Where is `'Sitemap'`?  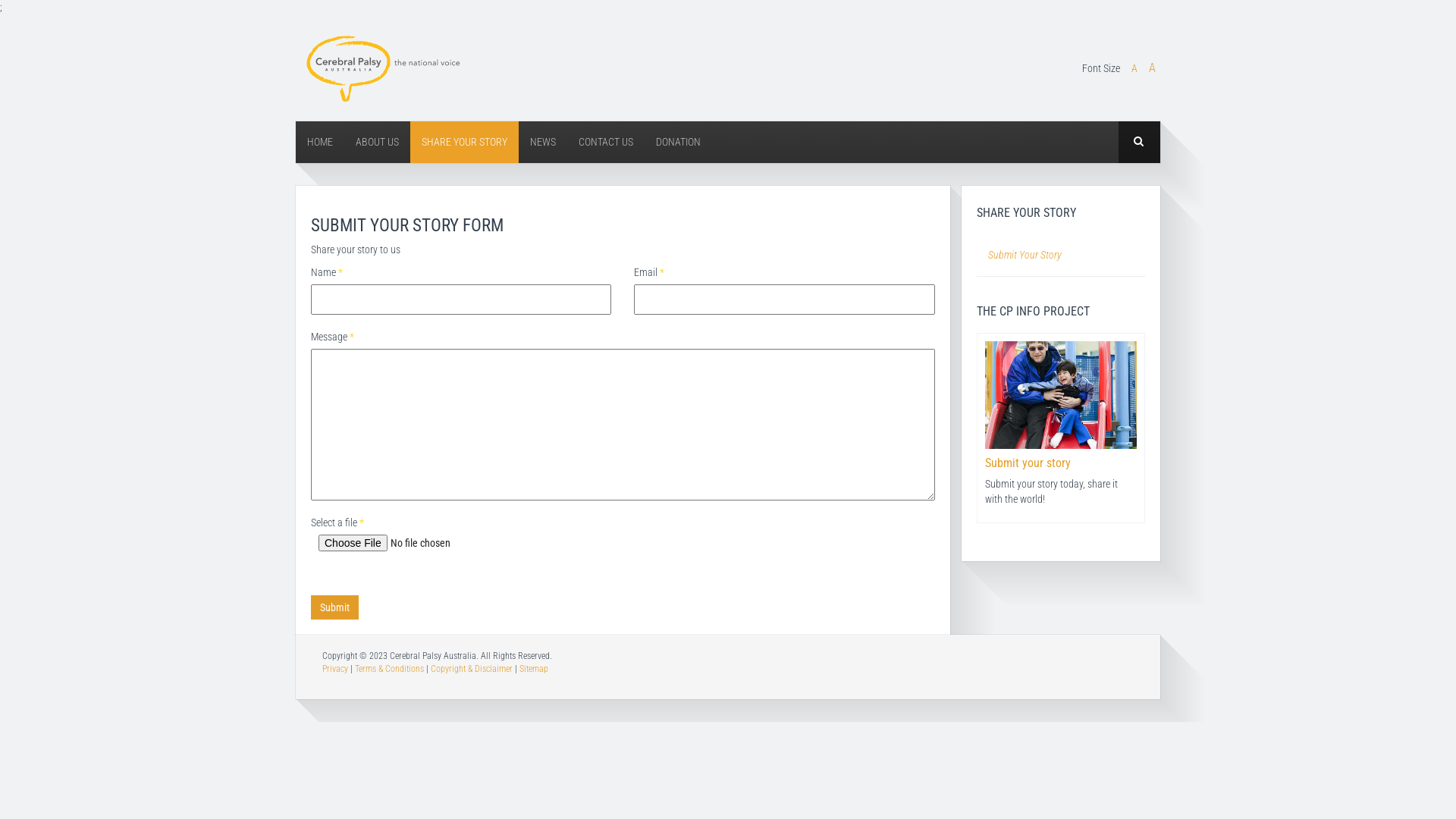
'Sitemap' is located at coordinates (534, 668).